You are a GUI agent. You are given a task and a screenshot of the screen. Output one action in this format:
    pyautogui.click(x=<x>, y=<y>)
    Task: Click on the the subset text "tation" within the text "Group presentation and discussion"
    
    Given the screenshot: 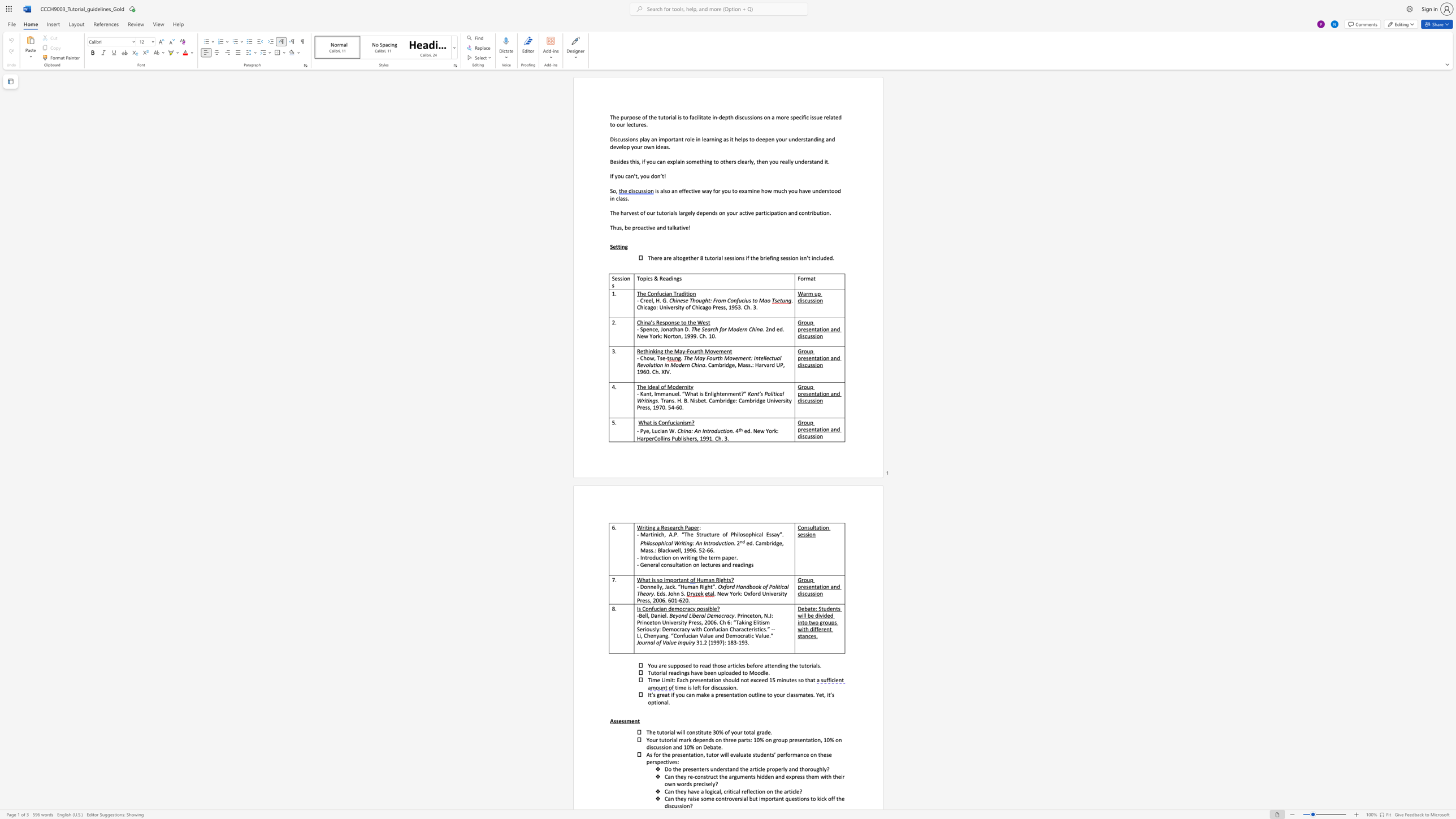 What is the action you would take?
    pyautogui.click(x=814, y=393)
    